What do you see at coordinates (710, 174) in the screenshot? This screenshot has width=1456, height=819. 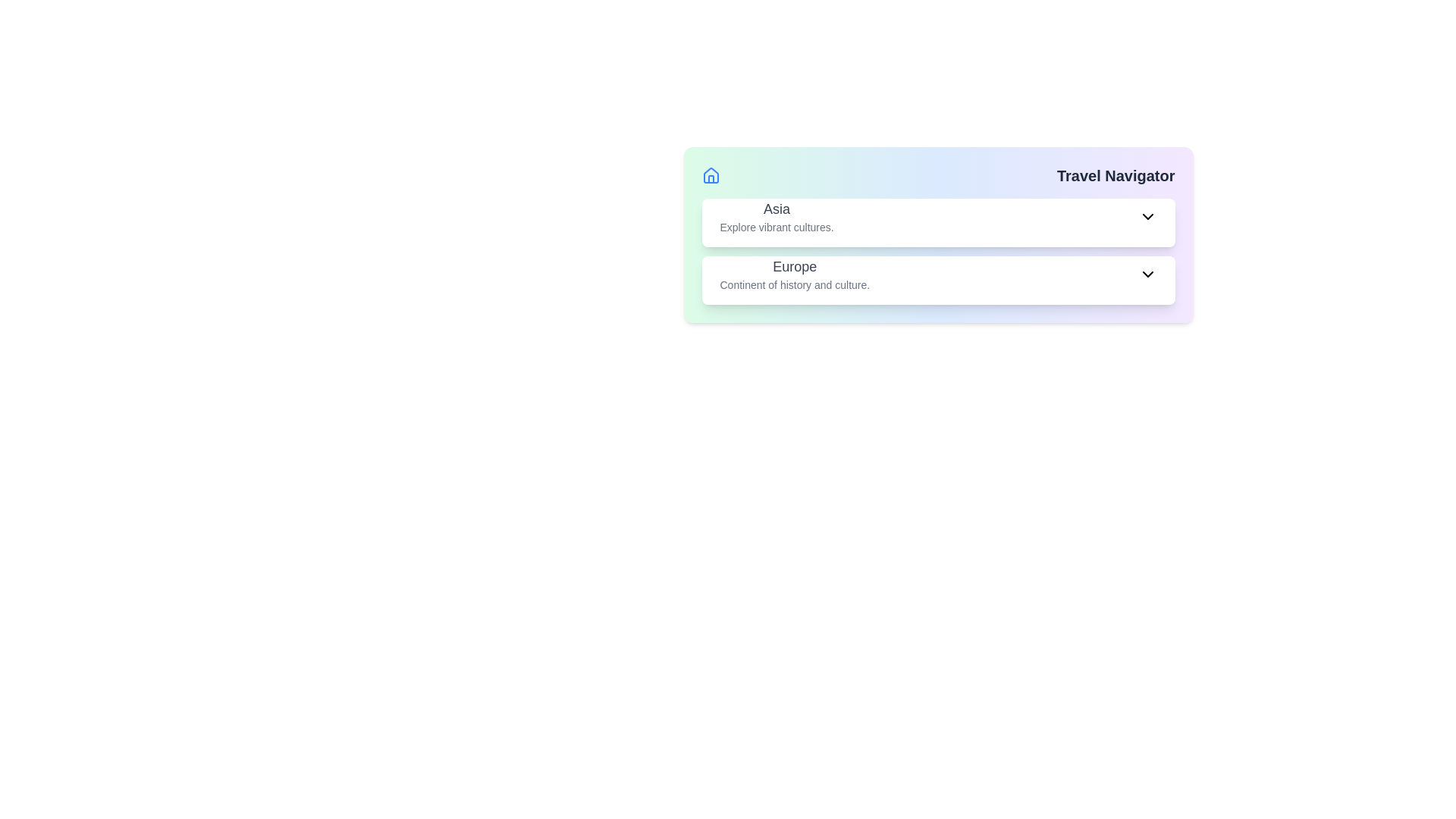 I see `the blue outline house icon in the top-left corner of the 'Travel Navigator' panel` at bounding box center [710, 174].